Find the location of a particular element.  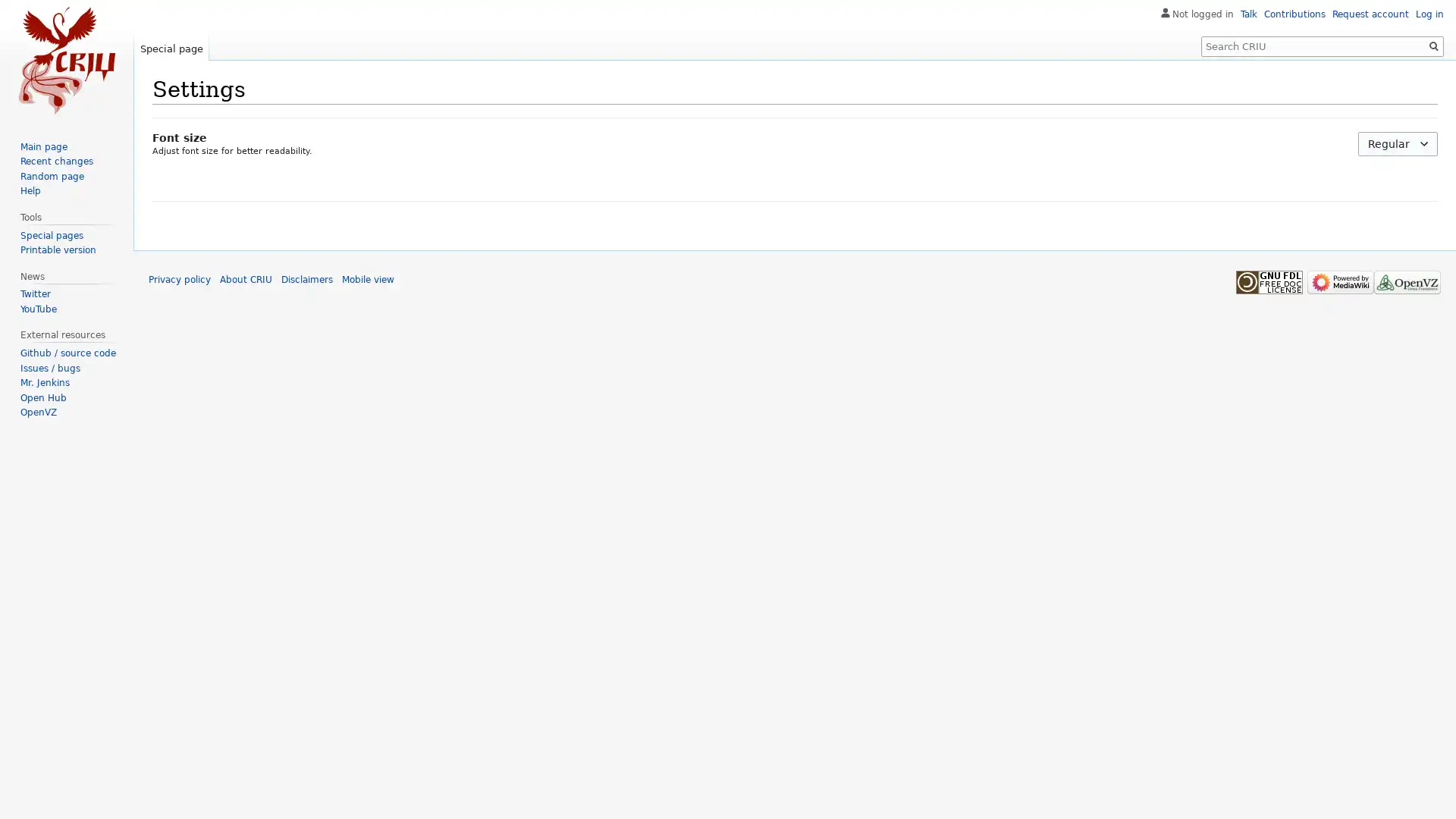

Search is located at coordinates (1433, 45).